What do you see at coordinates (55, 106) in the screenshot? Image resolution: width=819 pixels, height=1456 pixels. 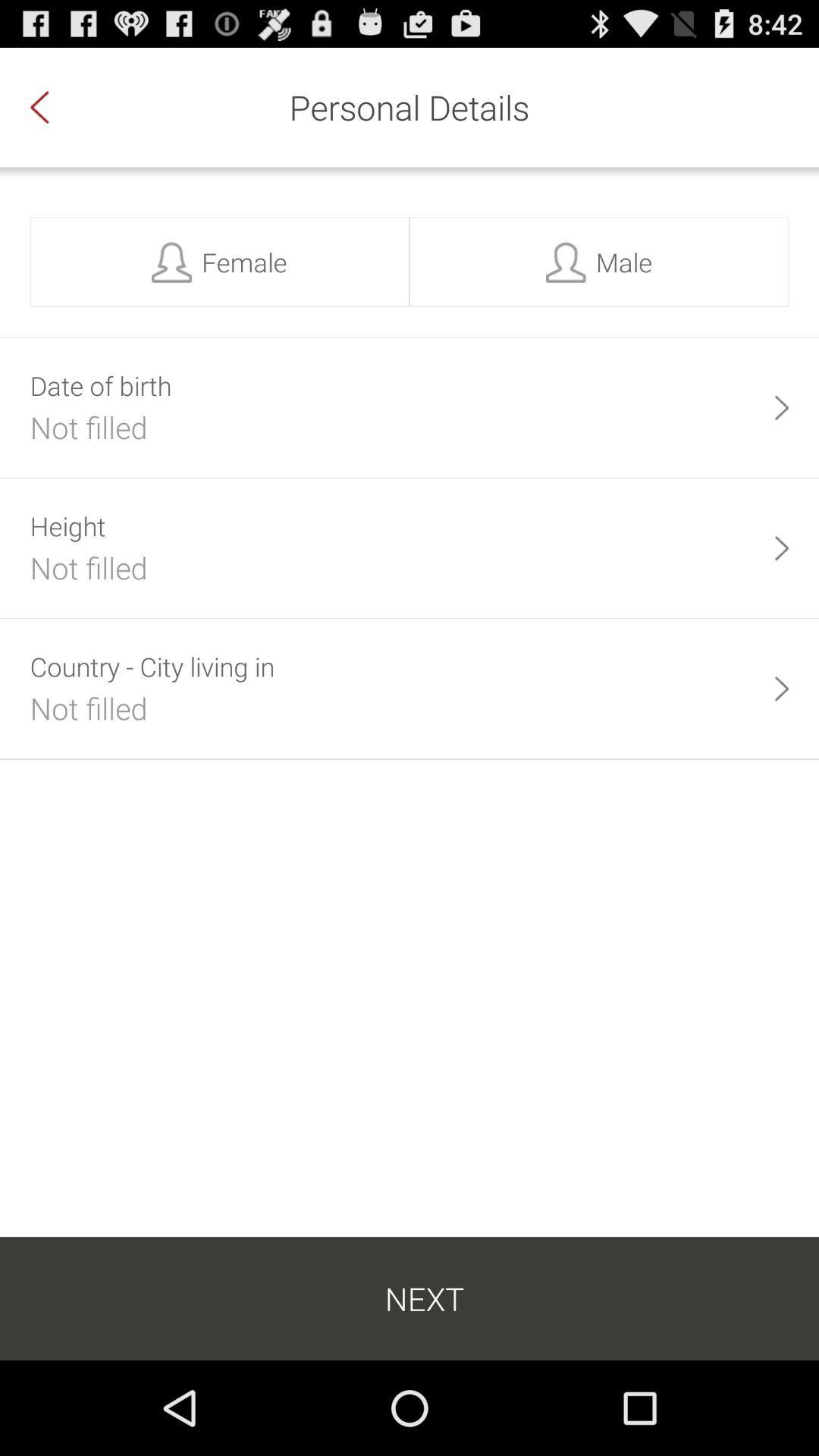 I see `the item next to personal details` at bounding box center [55, 106].